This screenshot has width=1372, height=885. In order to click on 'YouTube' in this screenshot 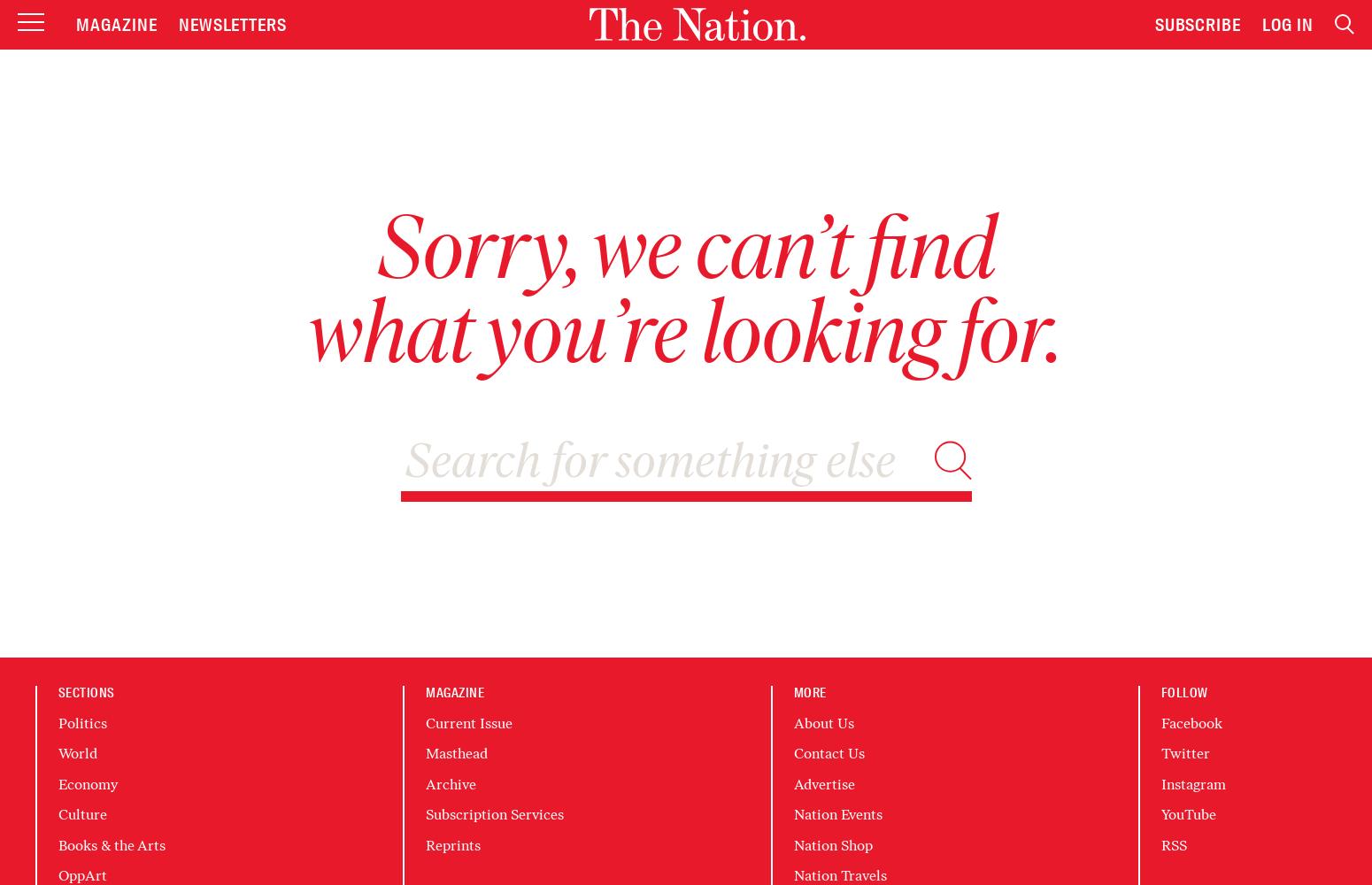, I will do `click(1187, 814)`.